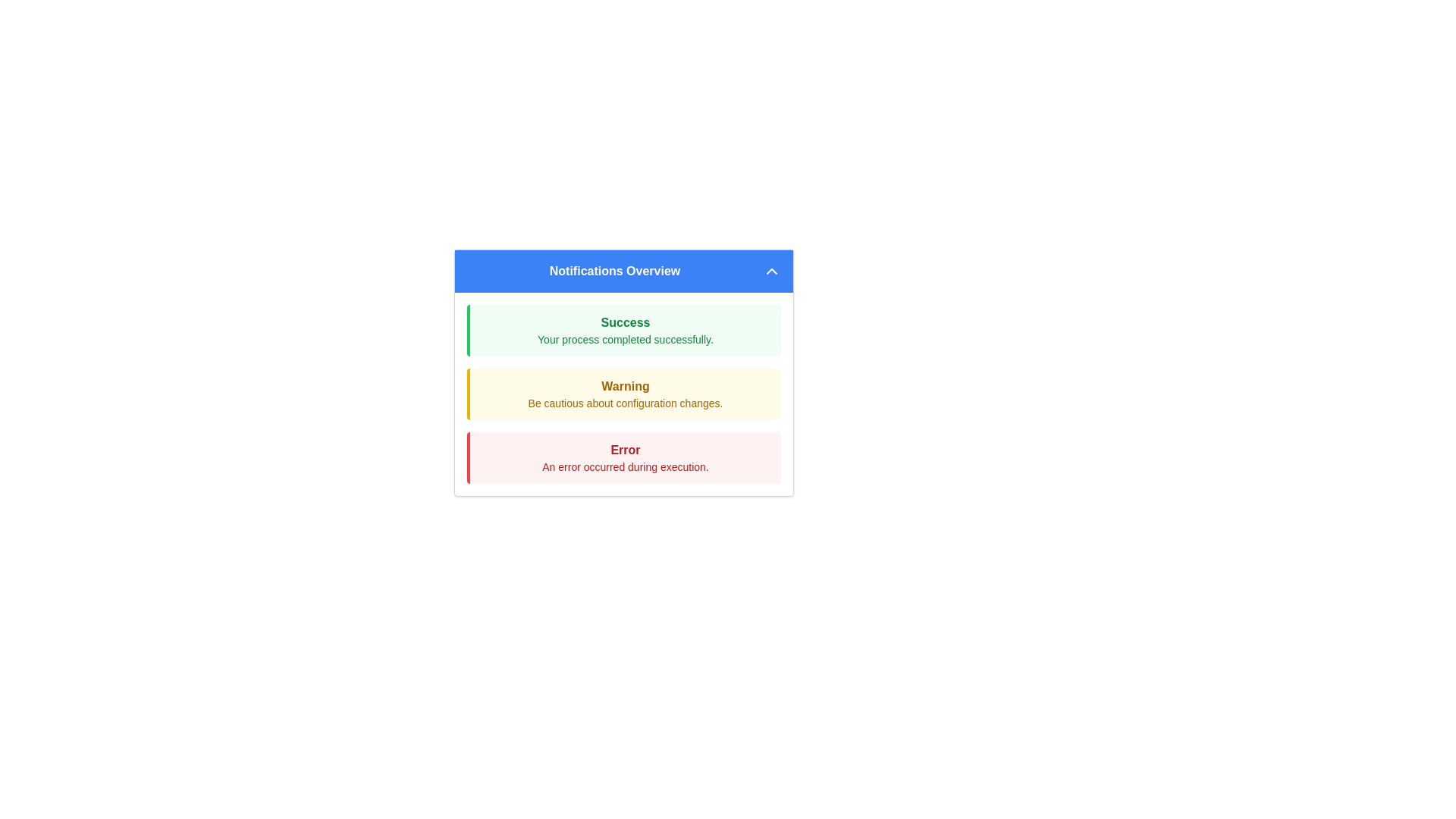  What do you see at coordinates (623, 457) in the screenshot?
I see `the notification box displaying 'Error' with a light red background and a red left border, located below the 'Warning' notification box` at bounding box center [623, 457].